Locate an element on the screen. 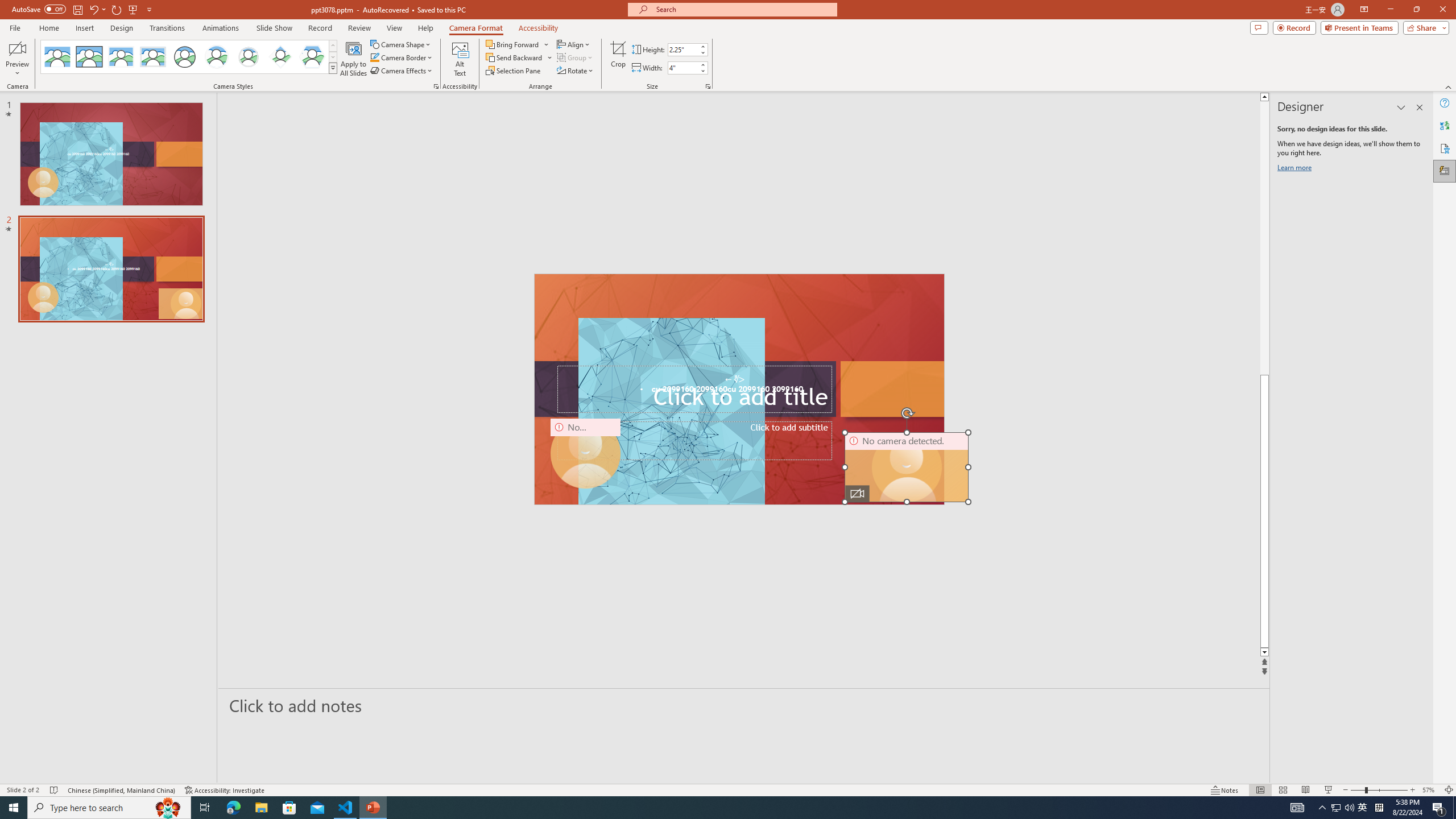  'Learn more' is located at coordinates (1296, 169).